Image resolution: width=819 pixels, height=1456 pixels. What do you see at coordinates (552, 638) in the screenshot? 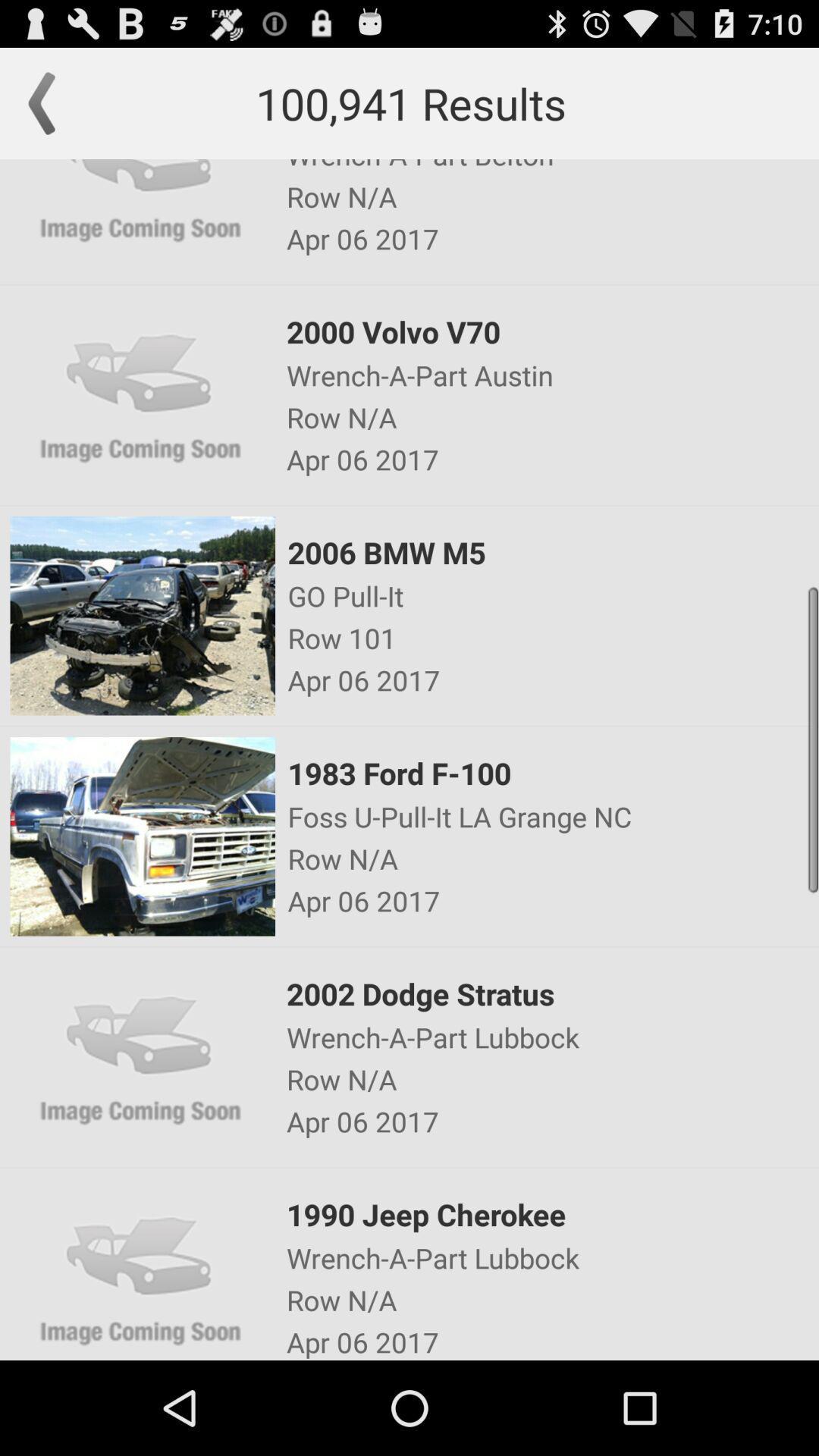
I see `the row 101` at bounding box center [552, 638].